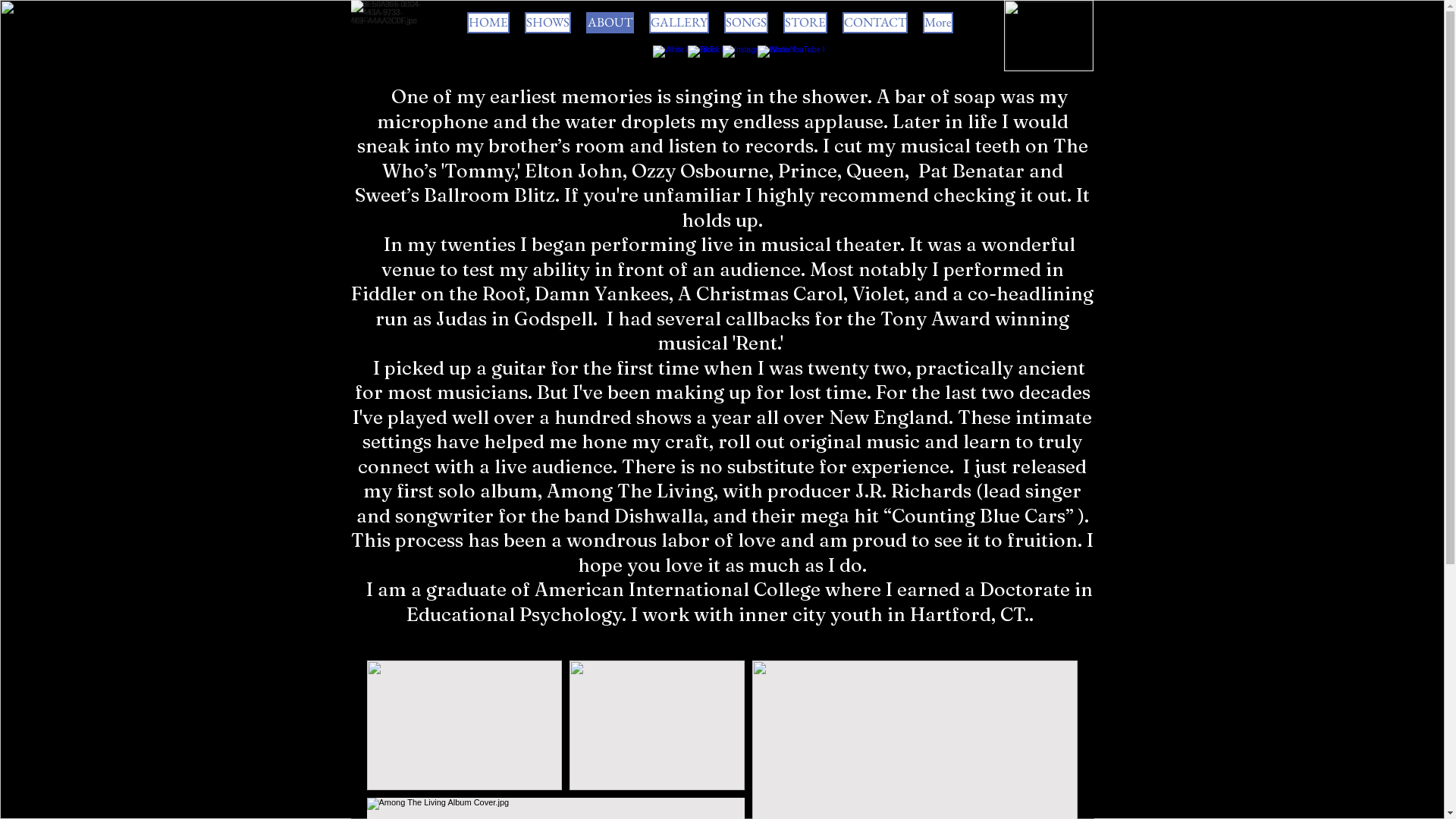 This screenshot has width=1456, height=819. I want to click on '3E58A896-0B04-443A-9733-469FA4AA2C0F.jpeg', so click(1047, 34).